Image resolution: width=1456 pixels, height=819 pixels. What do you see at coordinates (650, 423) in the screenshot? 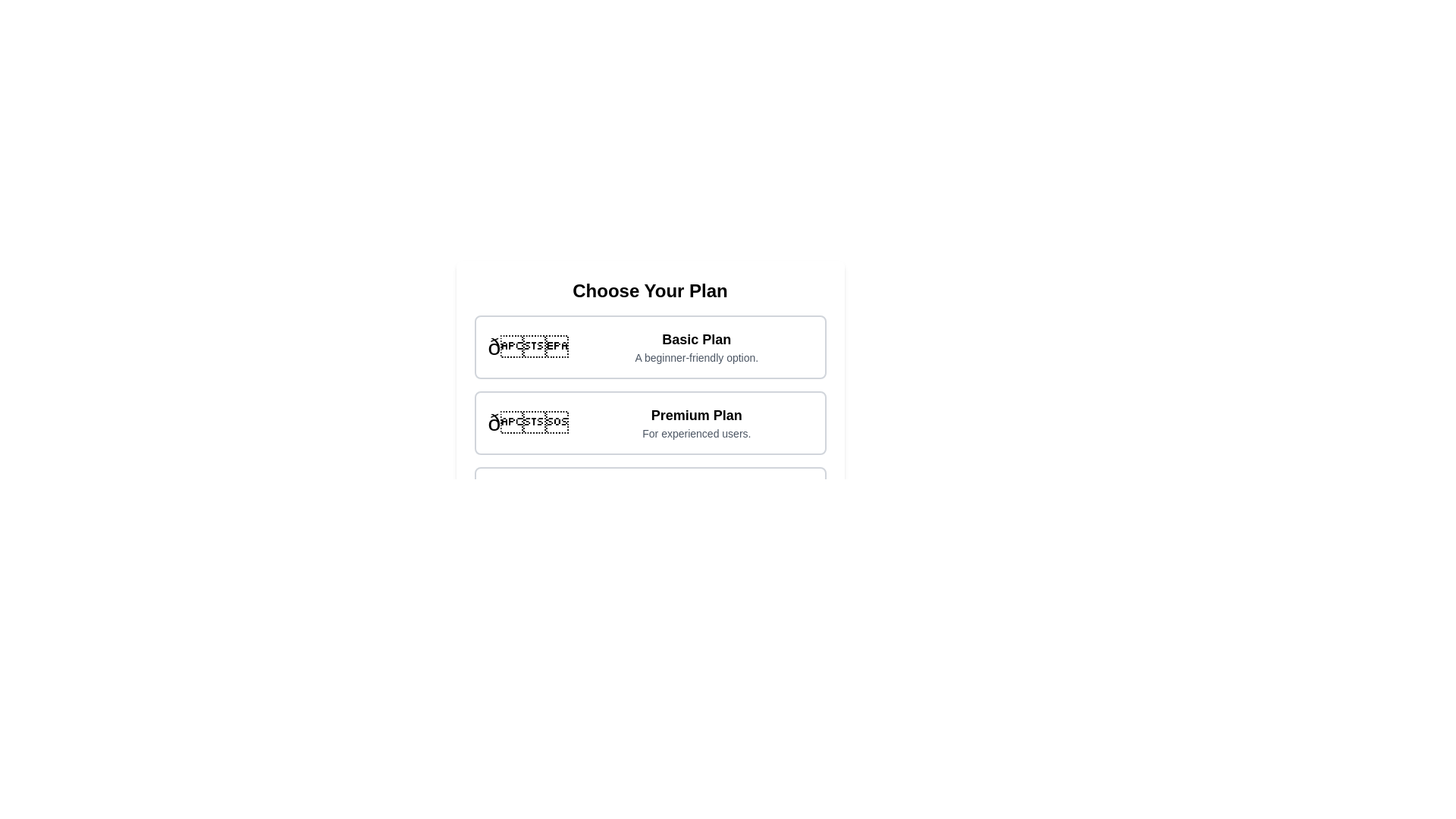
I see `the Selectable Card labeled 'Premium Plan' that features a bolded title and subtext, located in the center of a vertical stack of cards` at bounding box center [650, 423].